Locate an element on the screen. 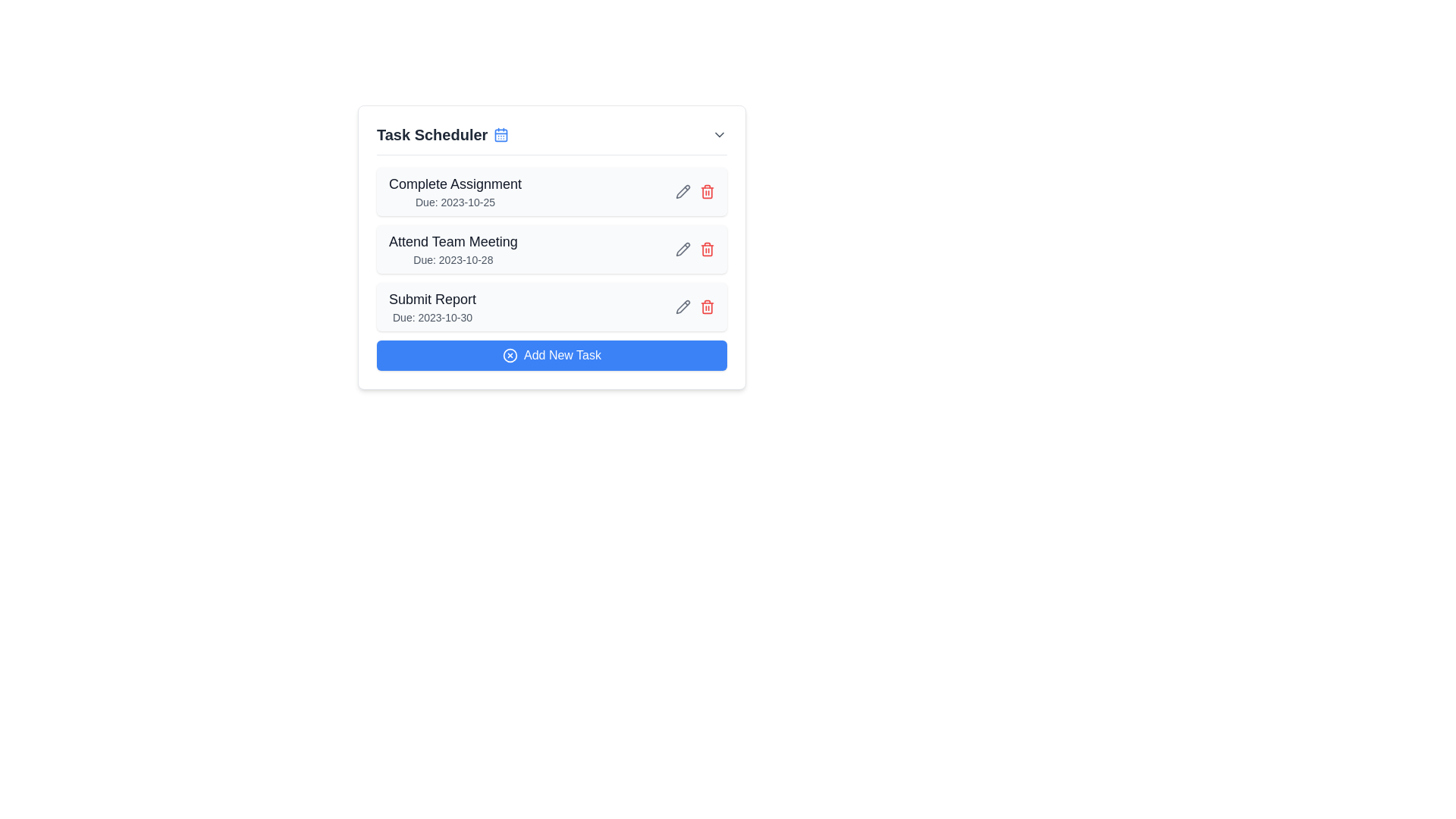 The height and width of the screenshot is (819, 1456). the text label for 'Submit Report' is located at coordinates (431, 299).